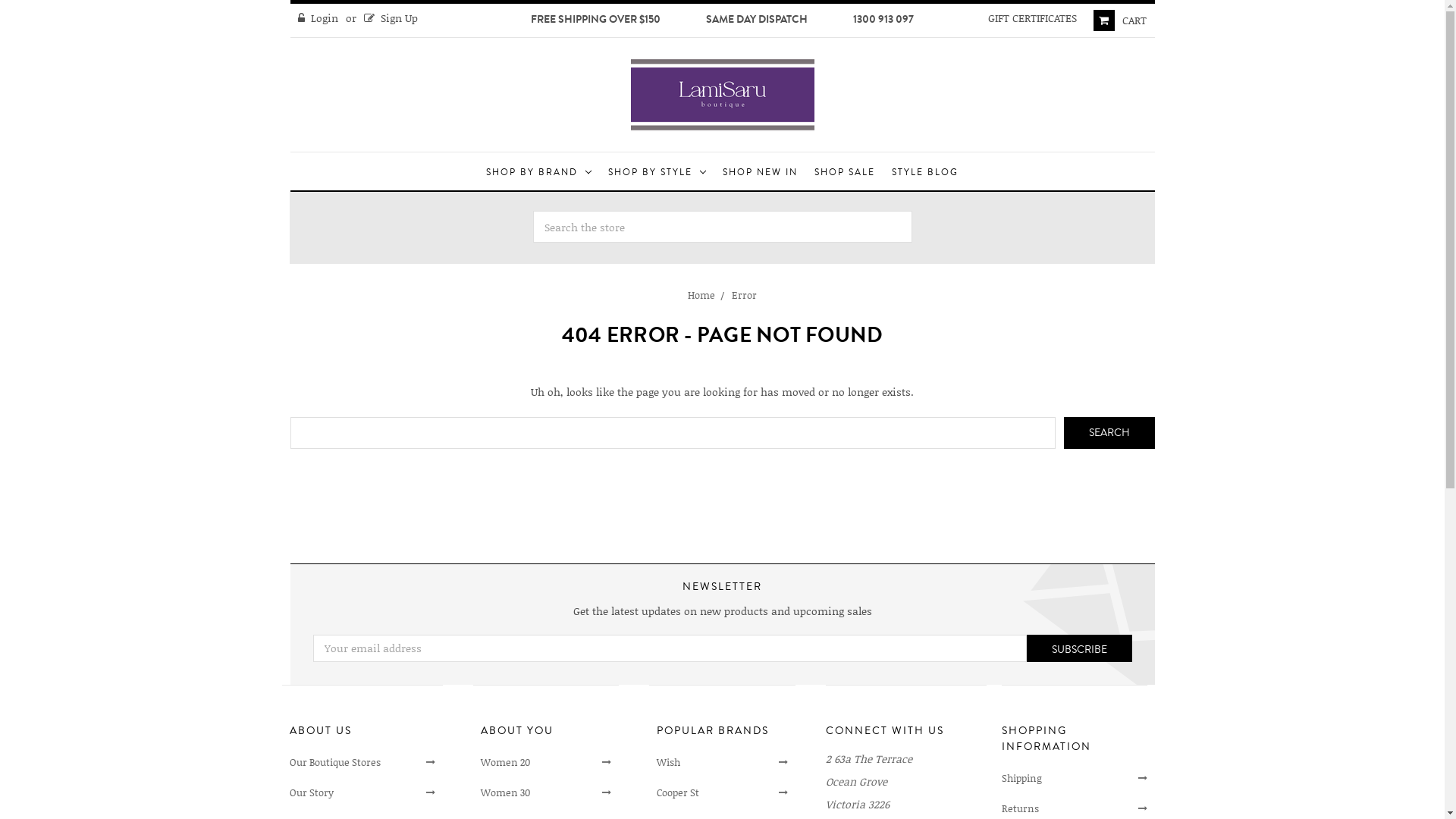  I want to click on 'Women 20', so click(546, 763).